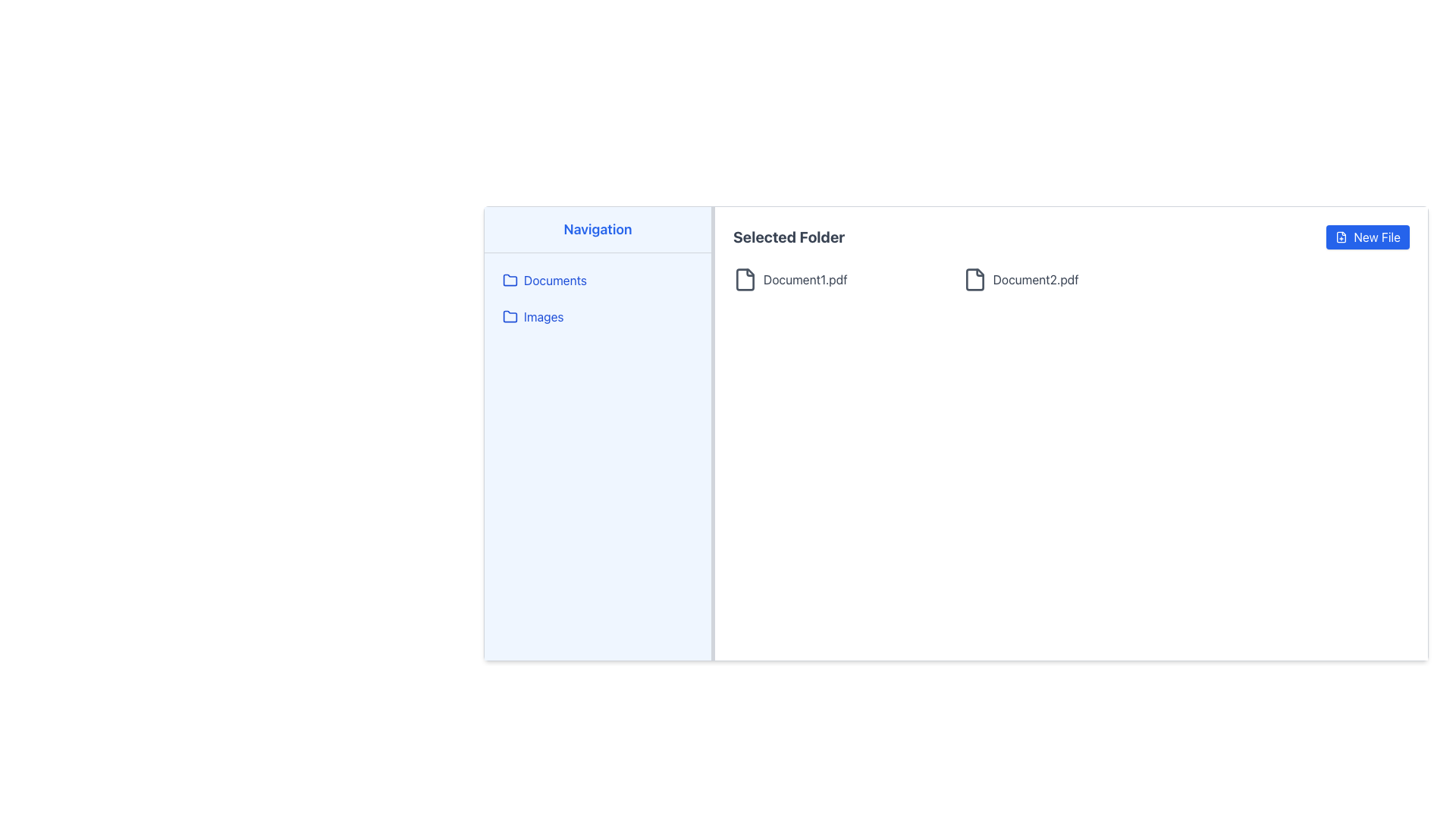  What do you see at coordinates (789, 237) in the screenshot?
I see `the Text Label that identifies the currently selected folder or context in the content display area, located in the upper-left side of the main content section` at bounding box center [789, 237].